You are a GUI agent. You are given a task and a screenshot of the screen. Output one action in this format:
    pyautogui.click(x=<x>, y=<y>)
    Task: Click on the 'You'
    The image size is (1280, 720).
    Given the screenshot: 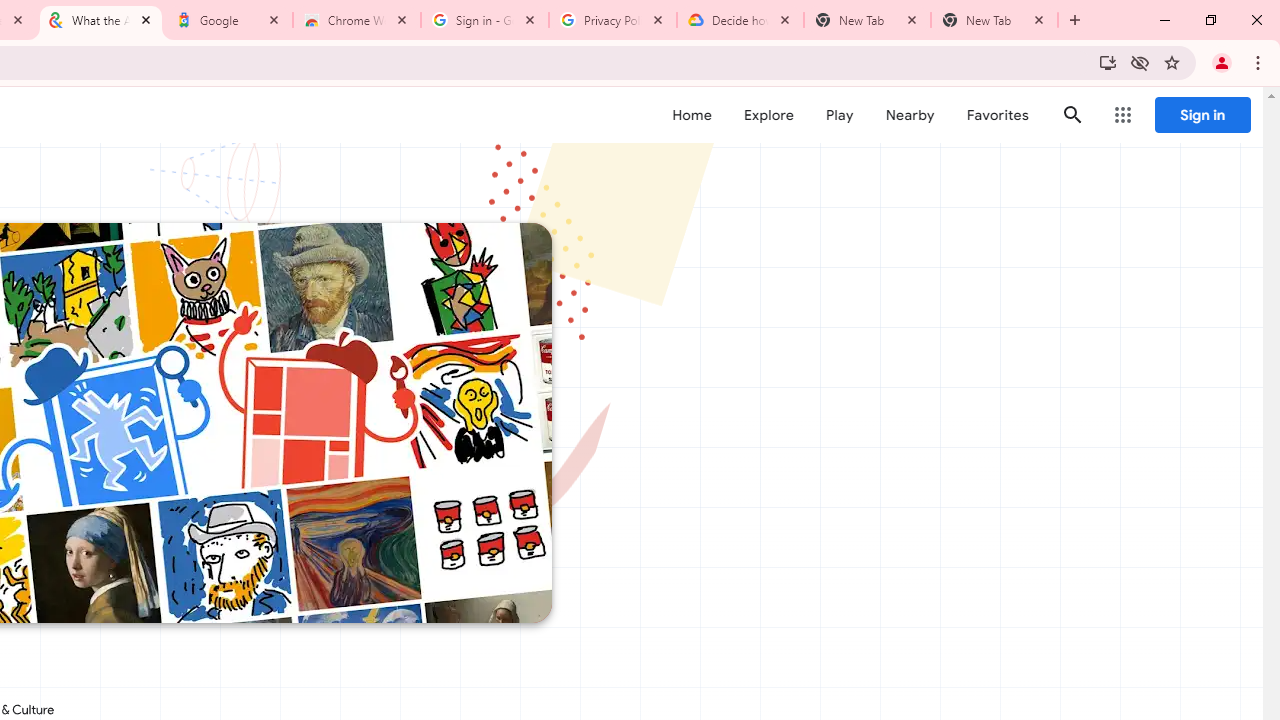 What is the action you would take?
    pyautogui.click(x=1220, y=61)
    